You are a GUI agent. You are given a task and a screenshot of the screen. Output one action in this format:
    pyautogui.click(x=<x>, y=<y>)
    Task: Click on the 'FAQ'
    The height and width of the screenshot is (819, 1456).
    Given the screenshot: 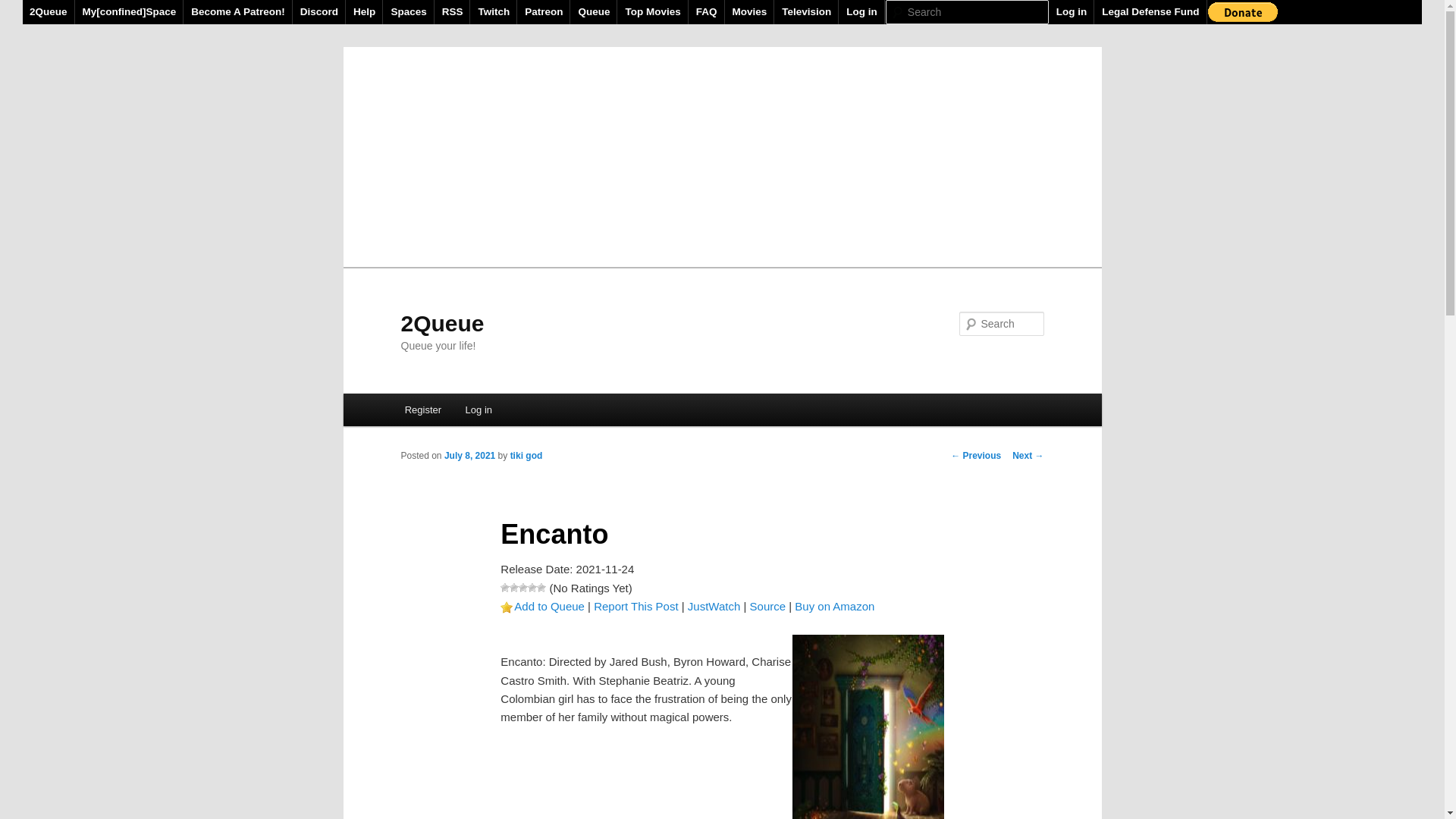 What is the action you would take?
    pyautogui.click(x=706, y=11)
    